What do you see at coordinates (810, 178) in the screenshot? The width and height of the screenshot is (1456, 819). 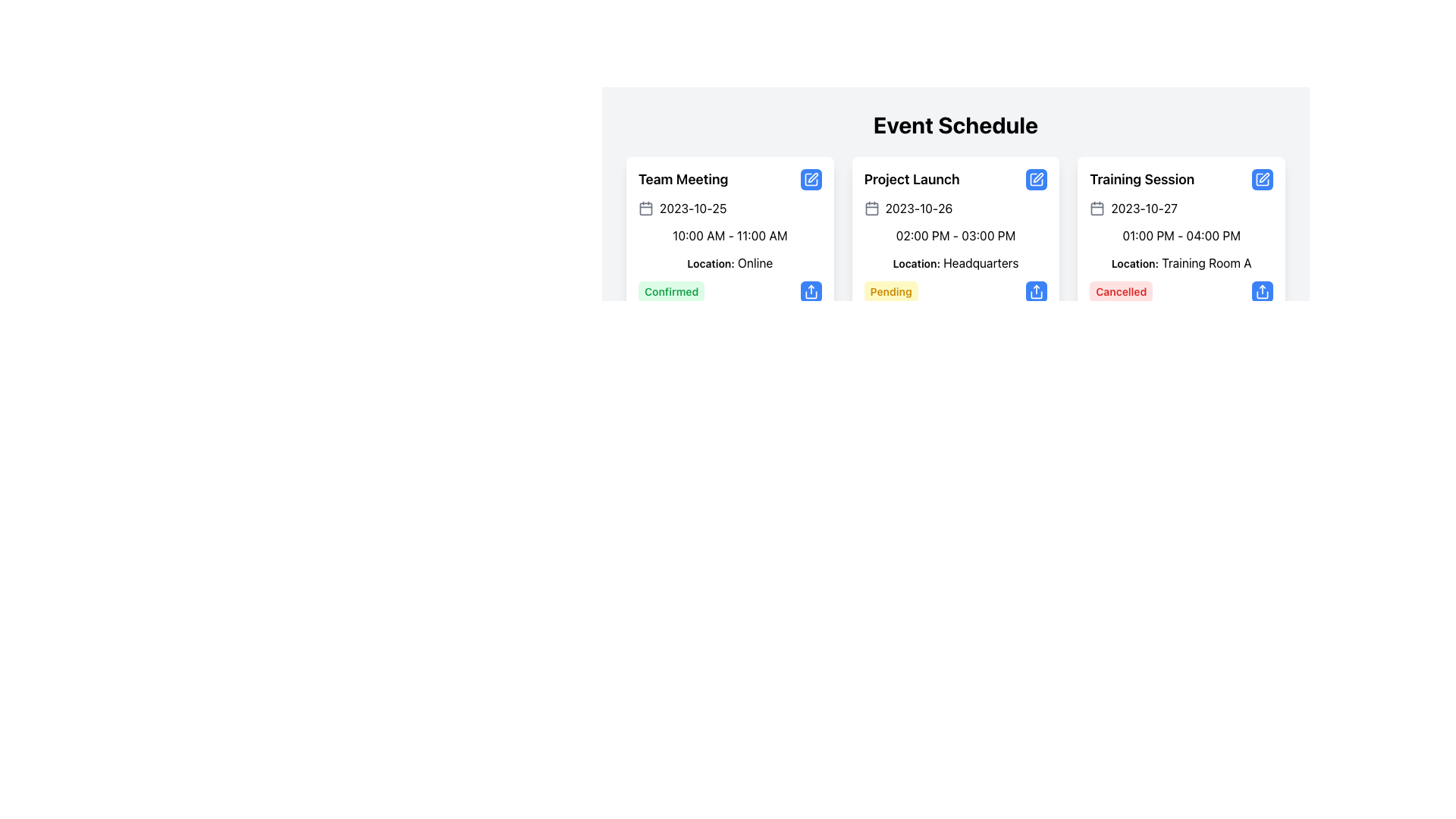 I see `the edit button located at the top-right of the 'Team Meeting' section icon` at bounding box center [810, 178].